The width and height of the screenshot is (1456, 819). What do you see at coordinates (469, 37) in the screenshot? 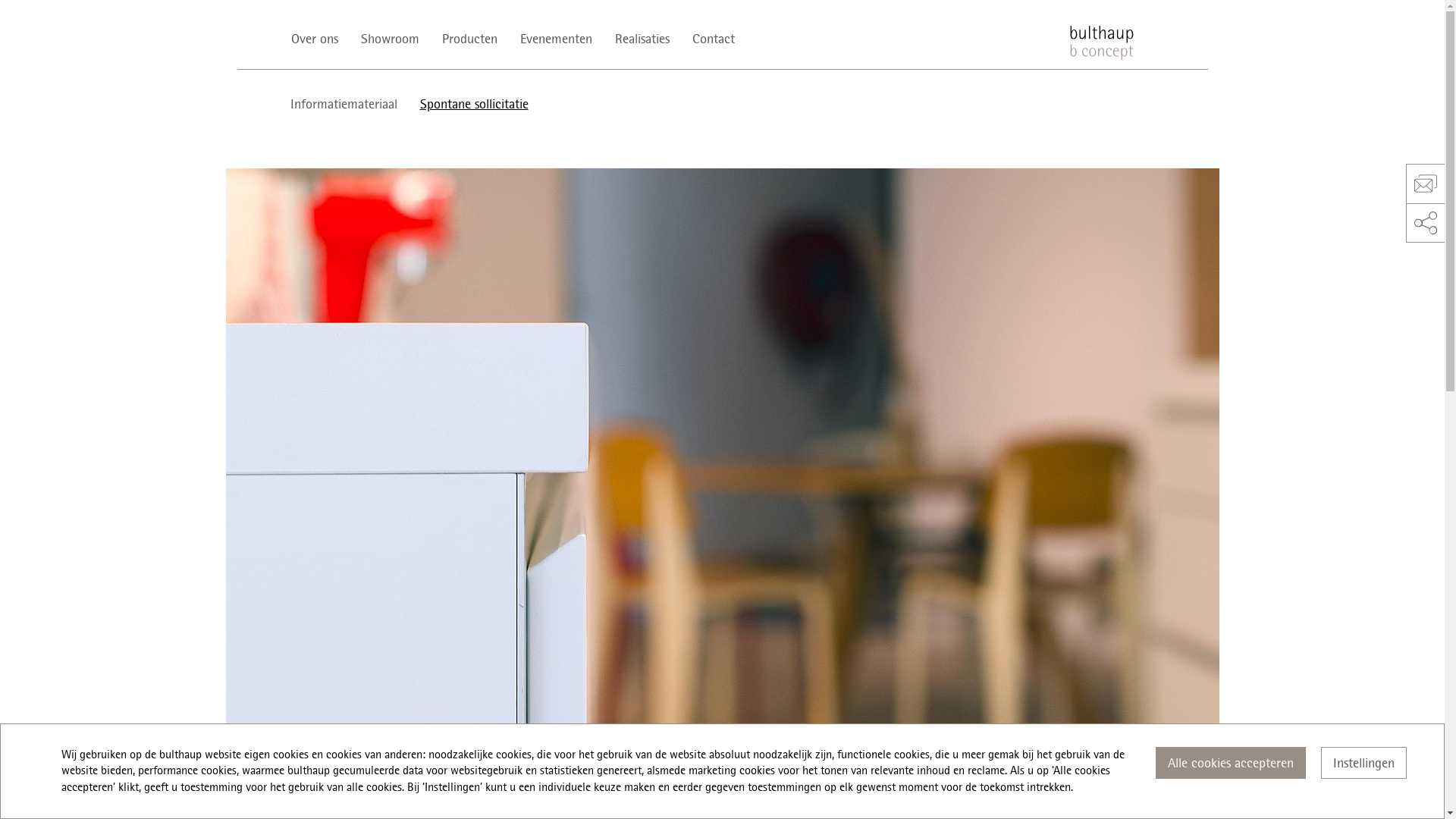
I see `'Producten'` at bounding box center [469, 37].